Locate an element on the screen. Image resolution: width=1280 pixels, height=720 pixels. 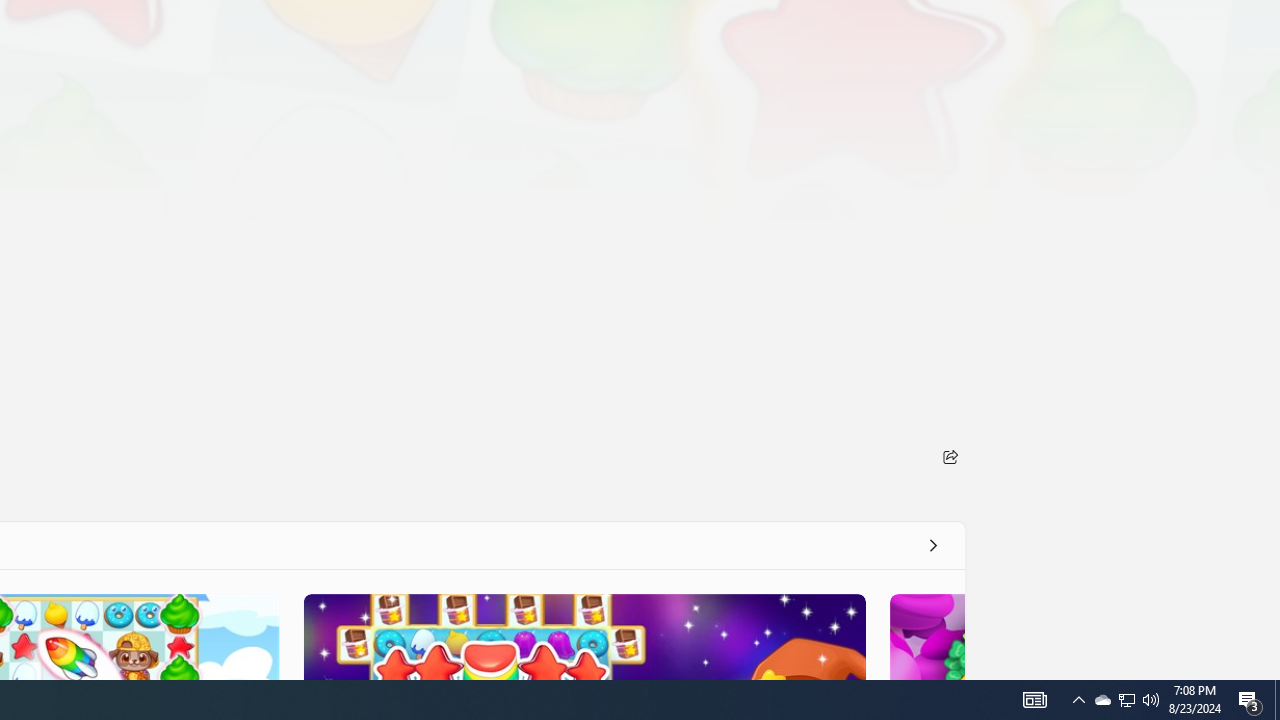
'Share' is located at coordinates (949, 456).